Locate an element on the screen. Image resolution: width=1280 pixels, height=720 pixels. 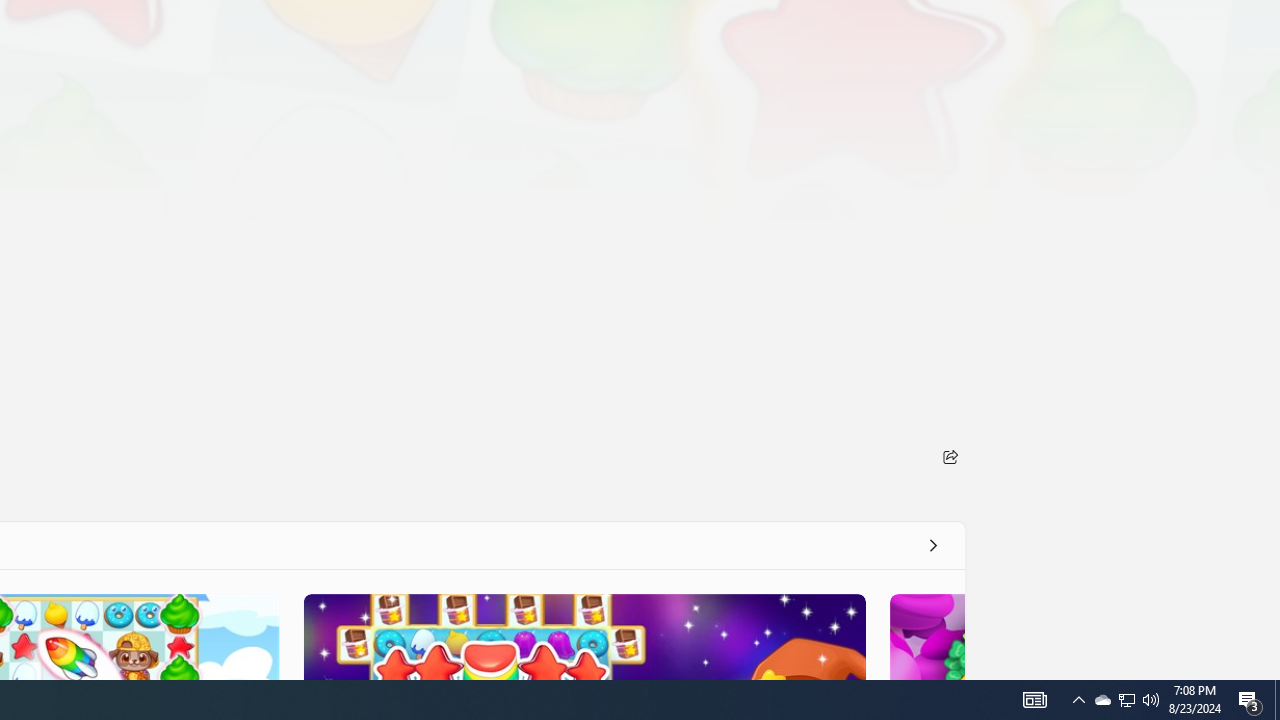
'Share' is located at coordinates (949, 456).